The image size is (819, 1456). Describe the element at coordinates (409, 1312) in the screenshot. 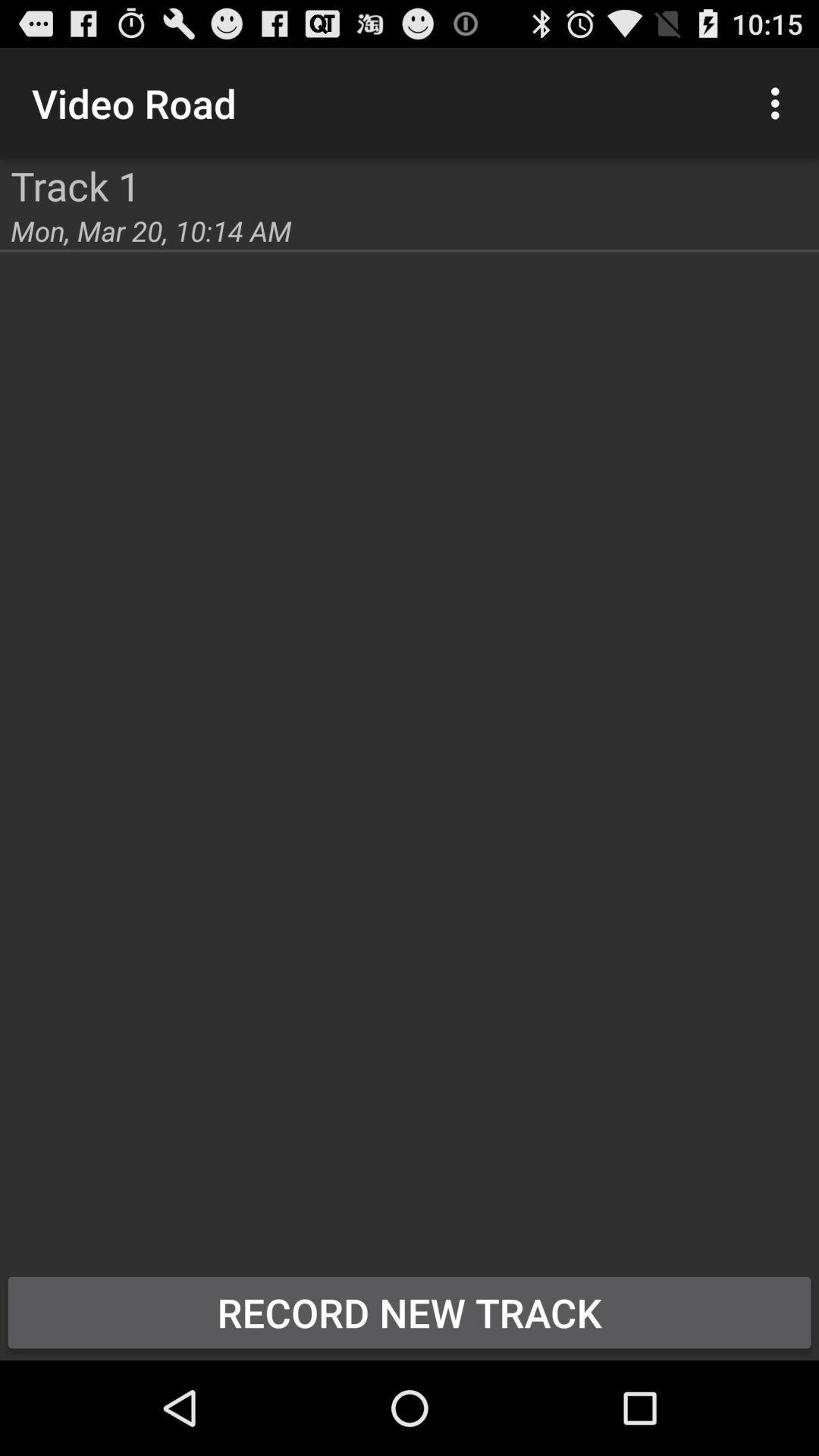

I see `record new track at the bottom` at that location.